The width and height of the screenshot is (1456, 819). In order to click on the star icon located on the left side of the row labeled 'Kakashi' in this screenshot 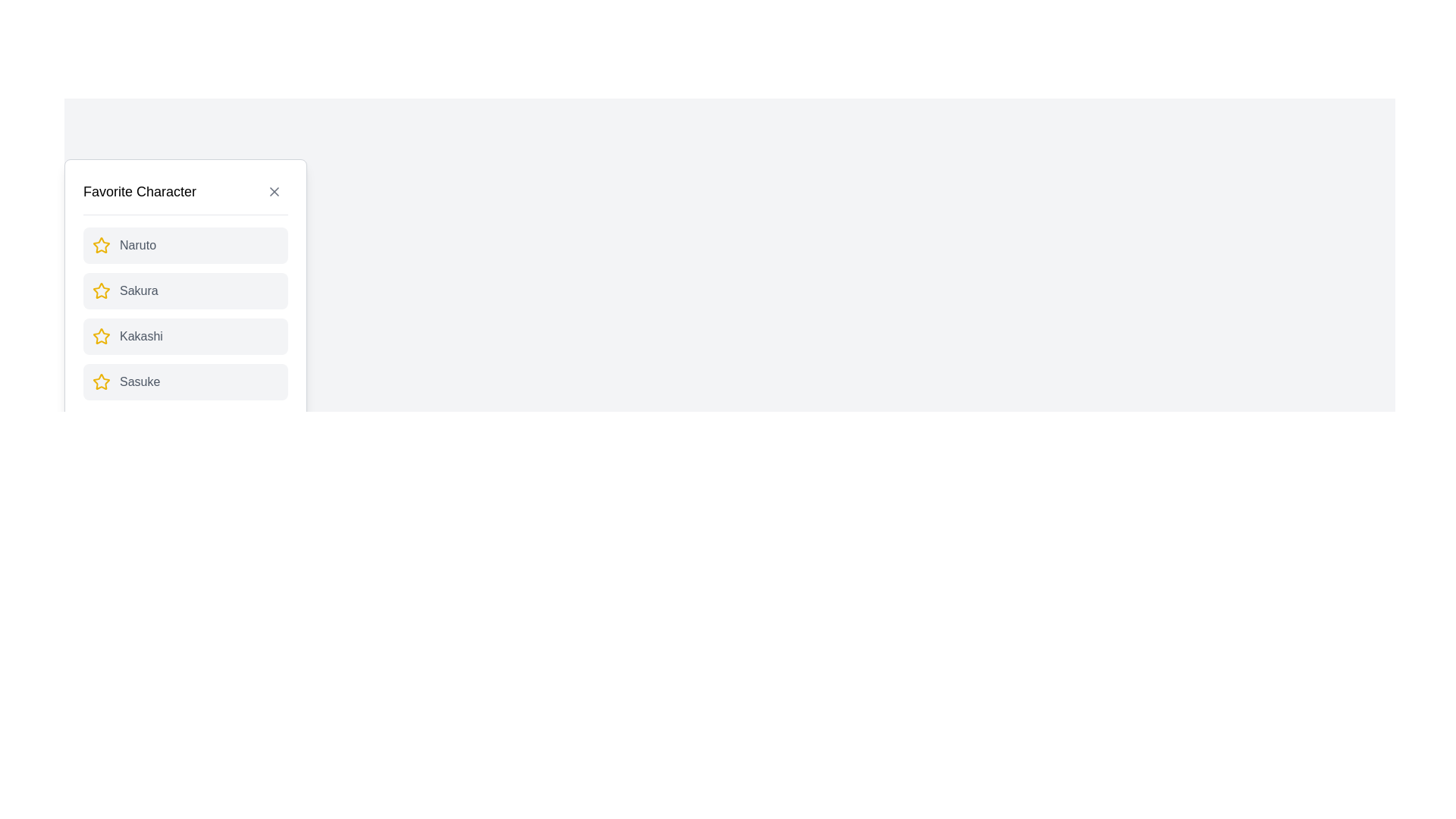, I will do `click(101, 335)`.